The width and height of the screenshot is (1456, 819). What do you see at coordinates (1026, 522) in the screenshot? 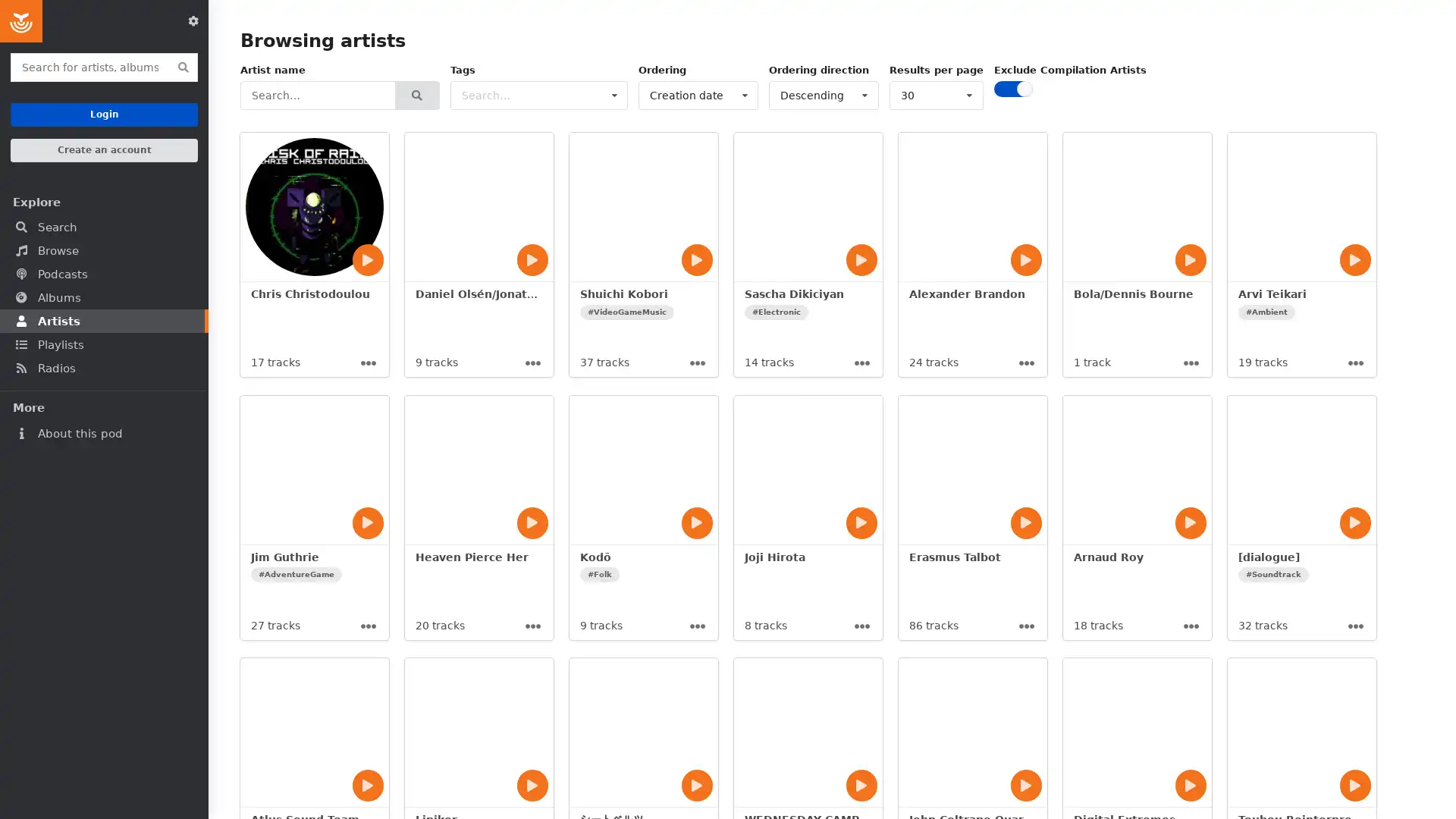
I see `Play artist` at bounding box center [1026, 522].